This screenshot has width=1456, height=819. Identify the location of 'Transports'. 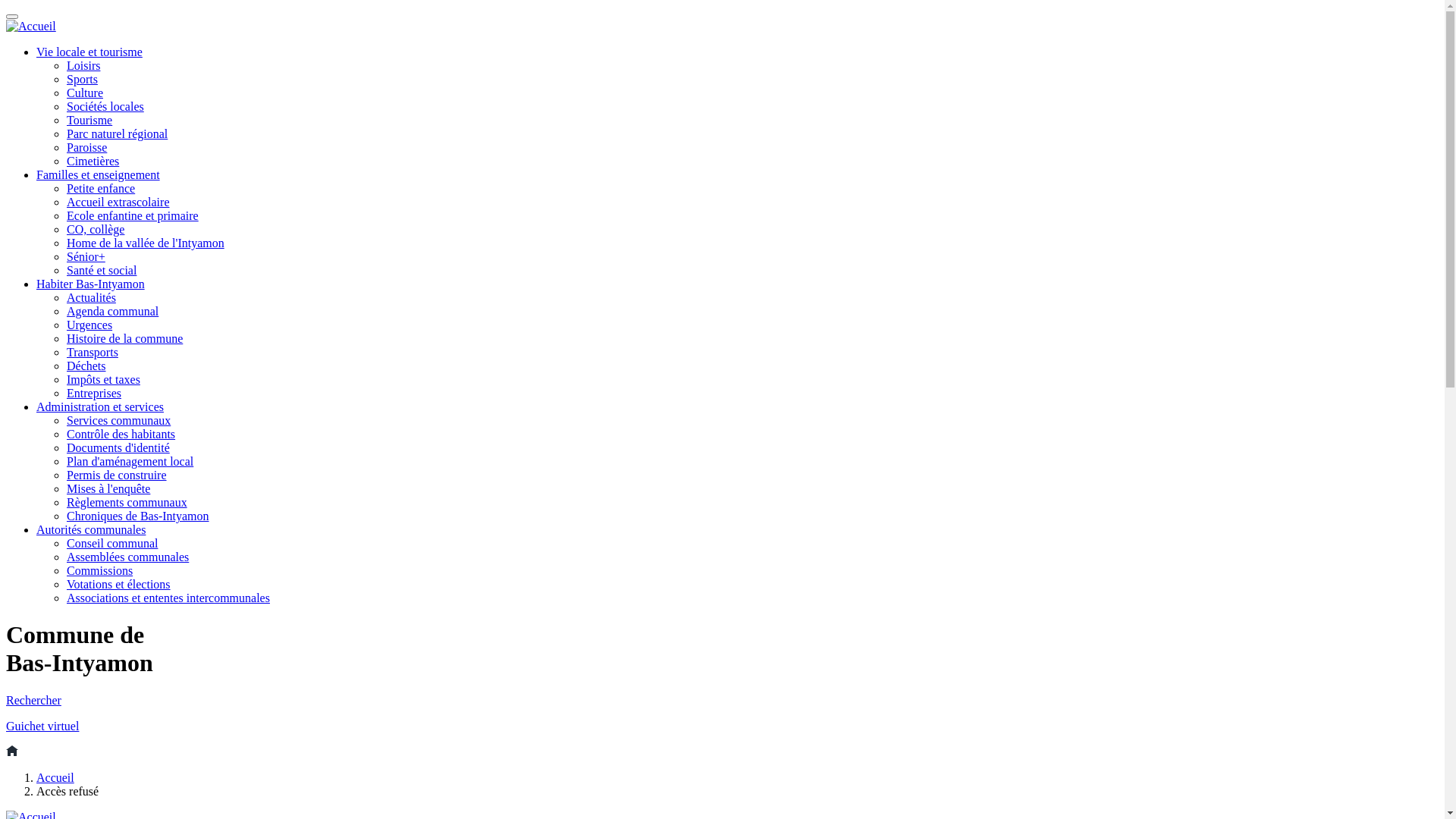
(91, 352).